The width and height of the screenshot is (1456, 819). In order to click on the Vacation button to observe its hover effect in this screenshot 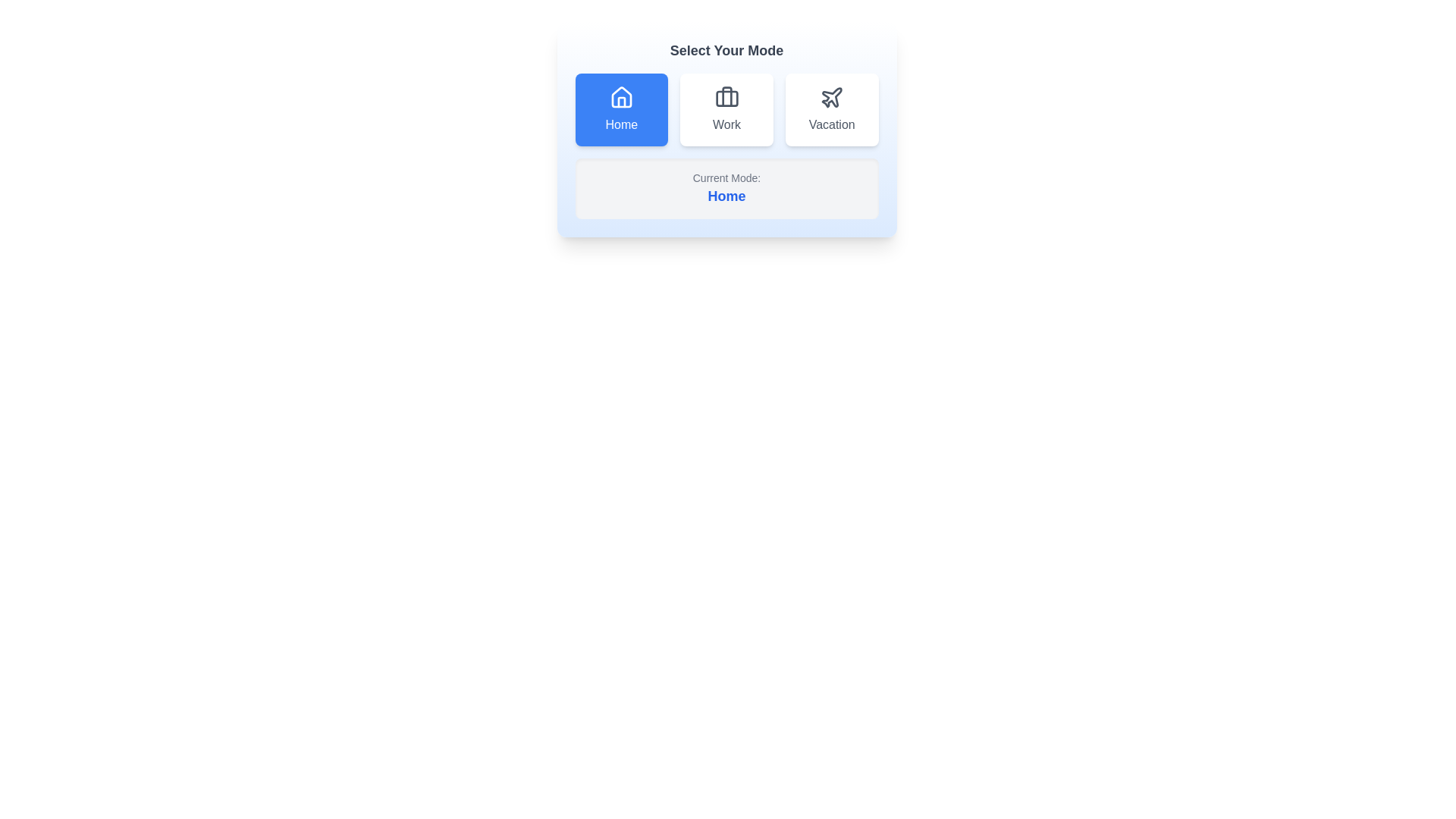, I will do `click(831, 109)`.